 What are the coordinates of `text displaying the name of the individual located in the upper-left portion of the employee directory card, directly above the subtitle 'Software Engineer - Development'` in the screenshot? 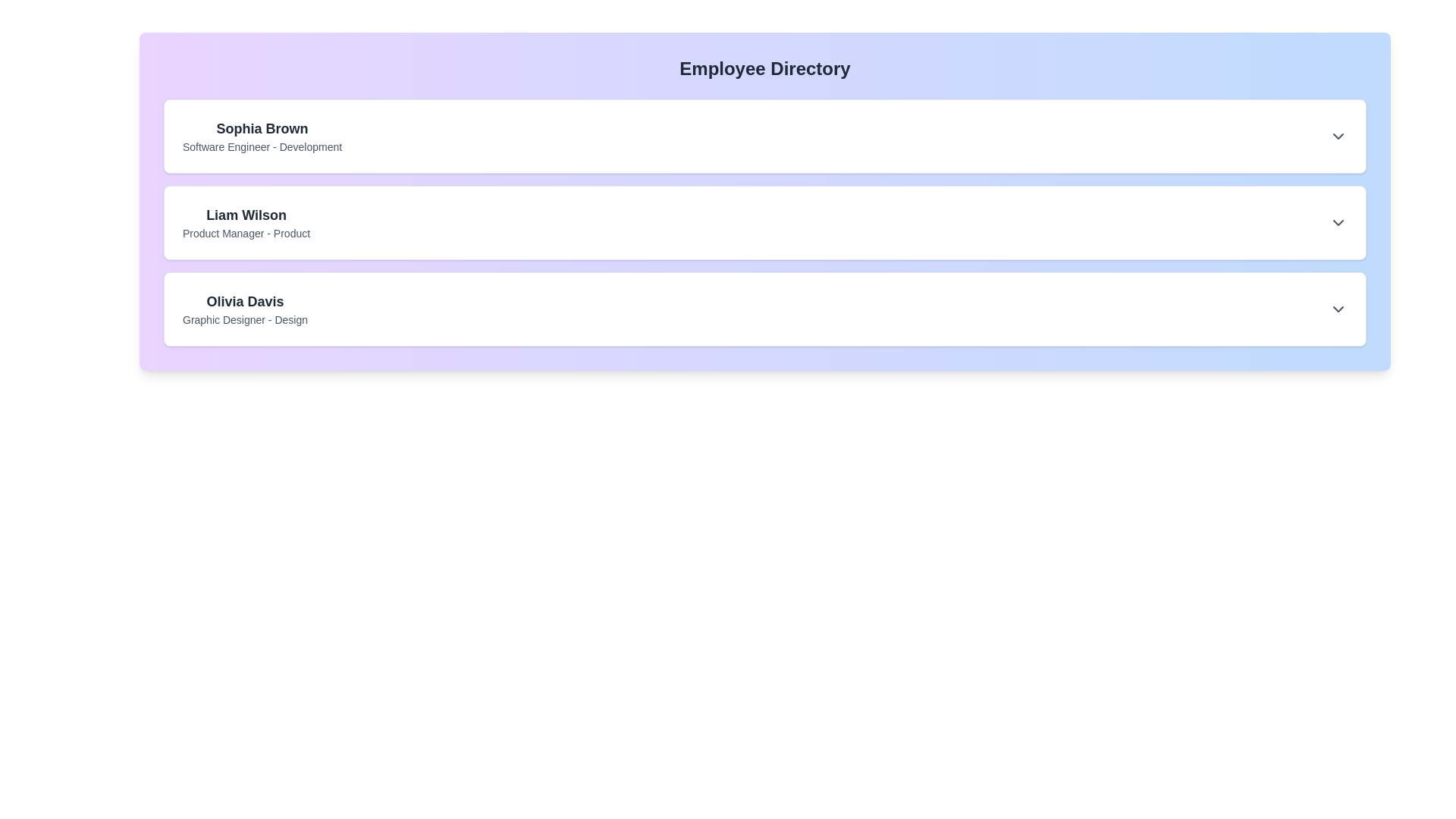 It's located at (262, 127).